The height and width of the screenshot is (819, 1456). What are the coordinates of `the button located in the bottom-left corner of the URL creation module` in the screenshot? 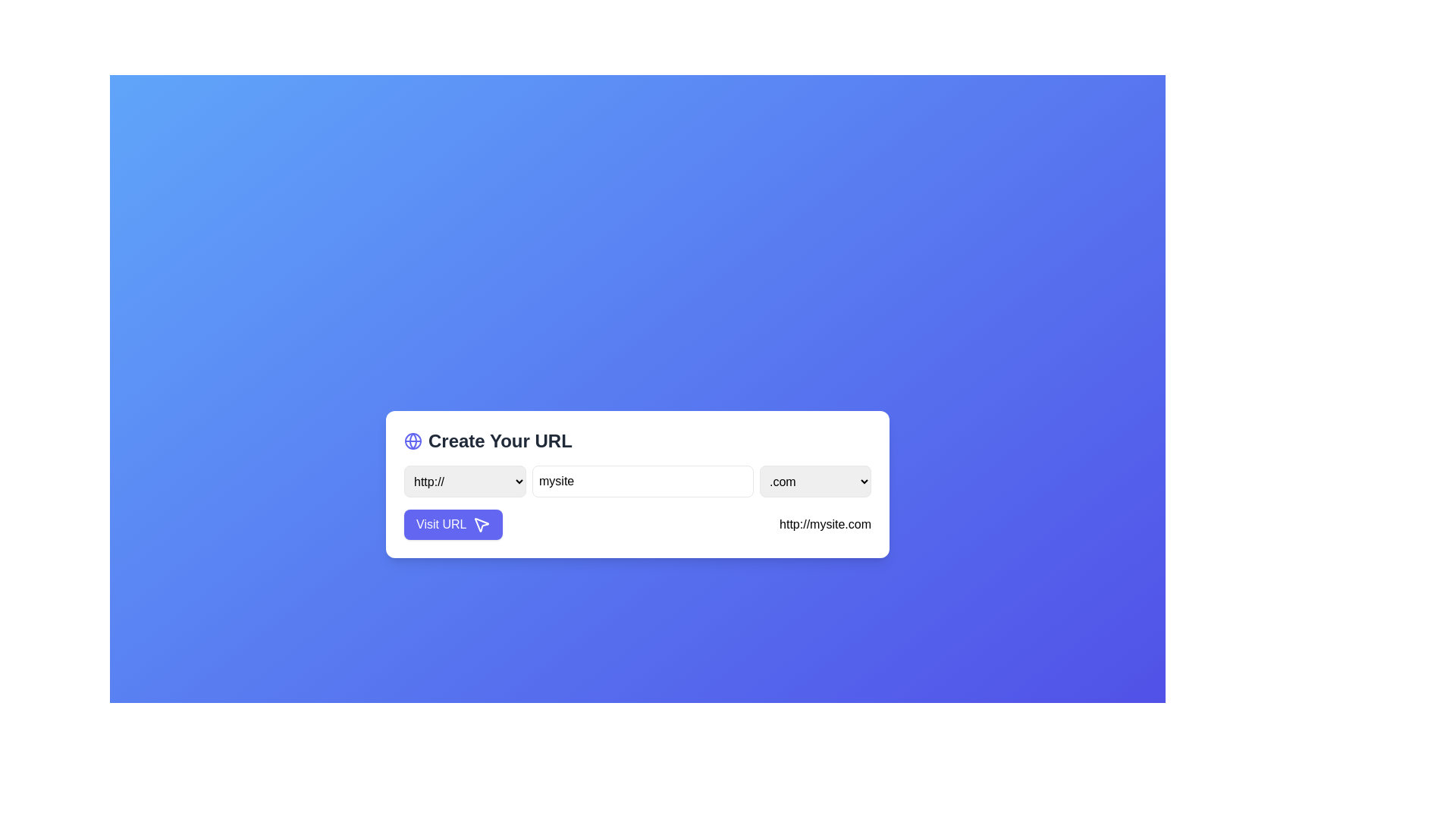 It's located at (453, 523).